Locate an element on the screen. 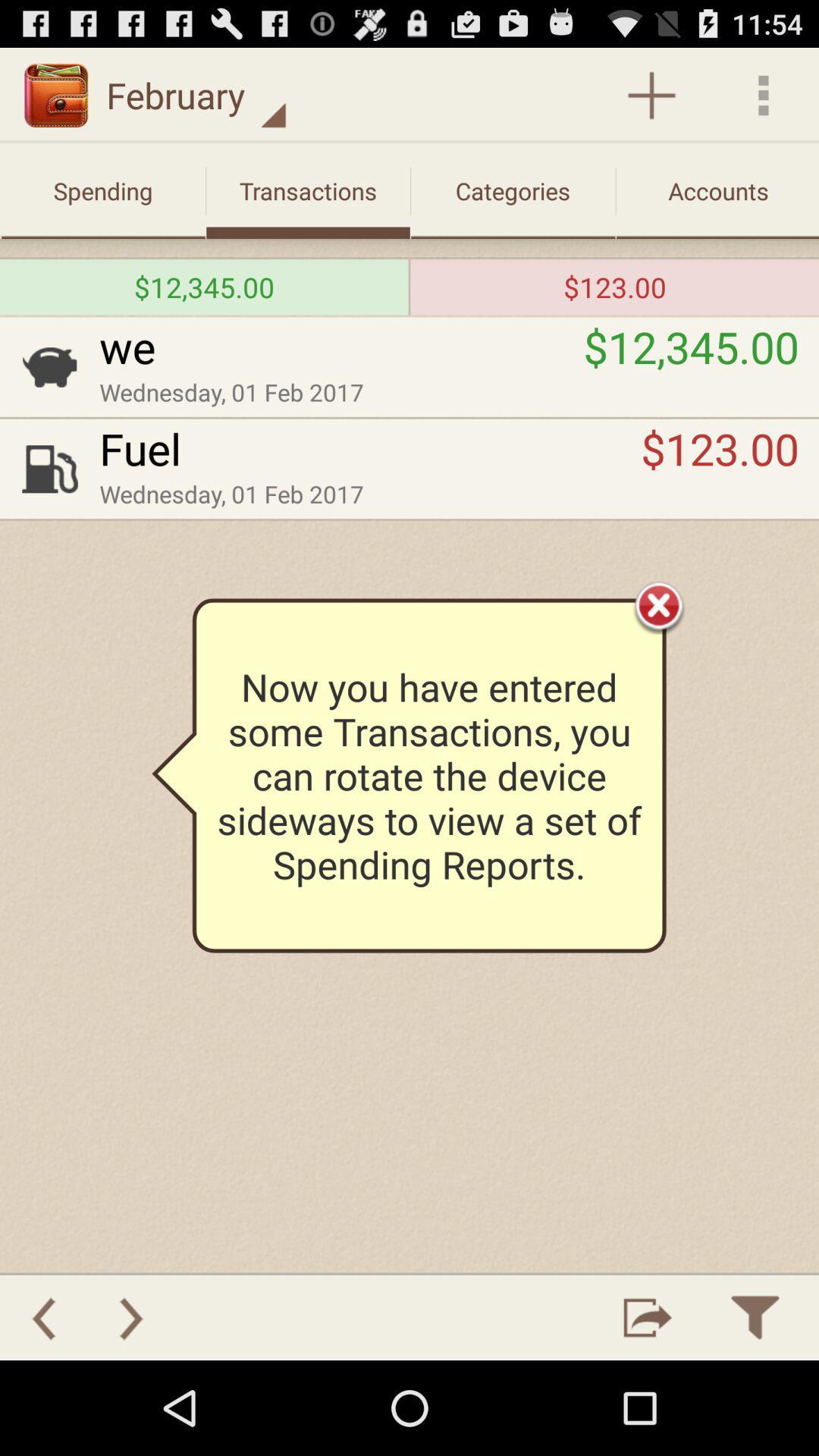  box is located at coordinates (658, 604).